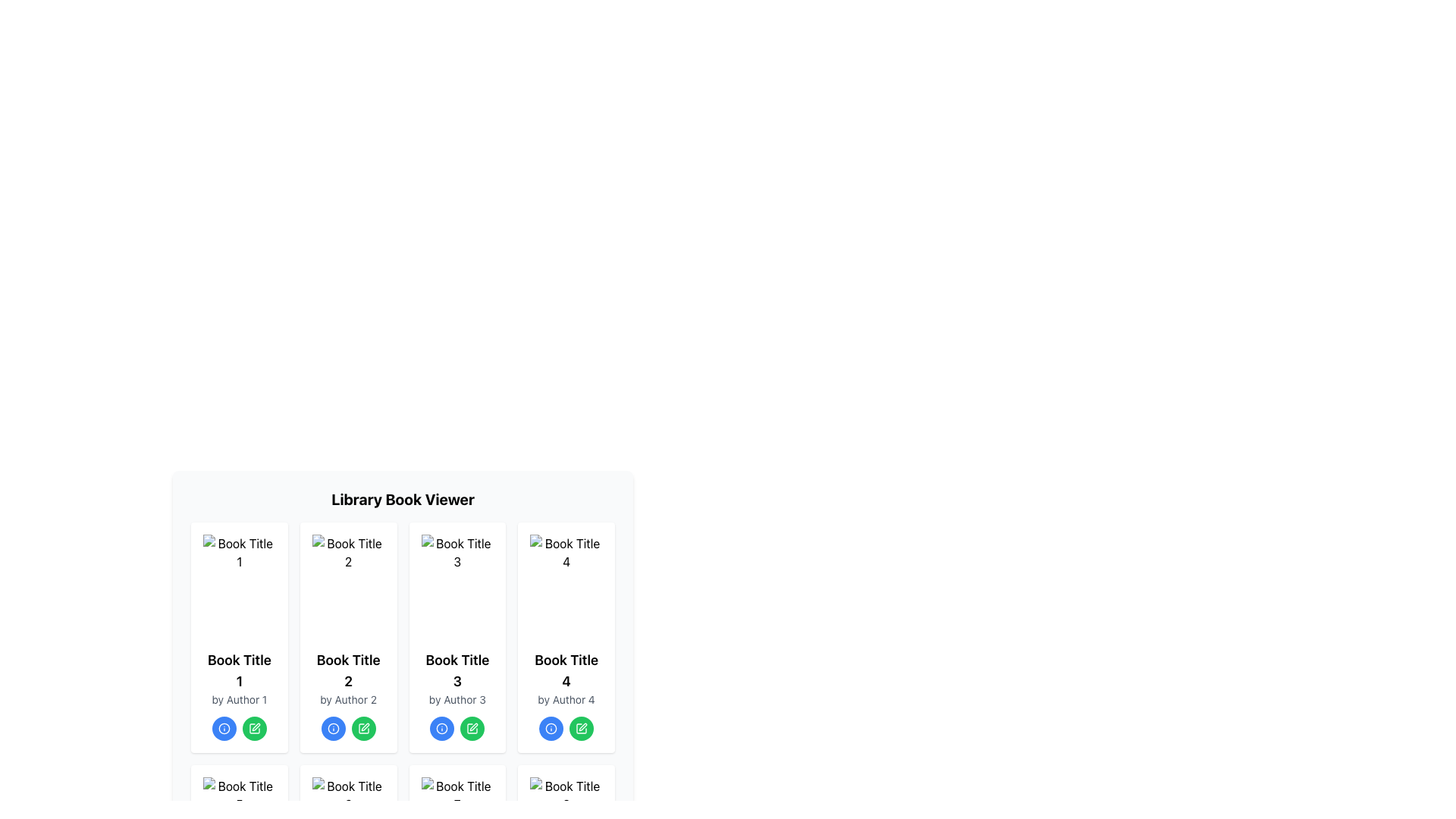 The height and width of the screenshot is (819, 1456). I want to click on the info button on the book card in the library viewer, so click(238, 637).